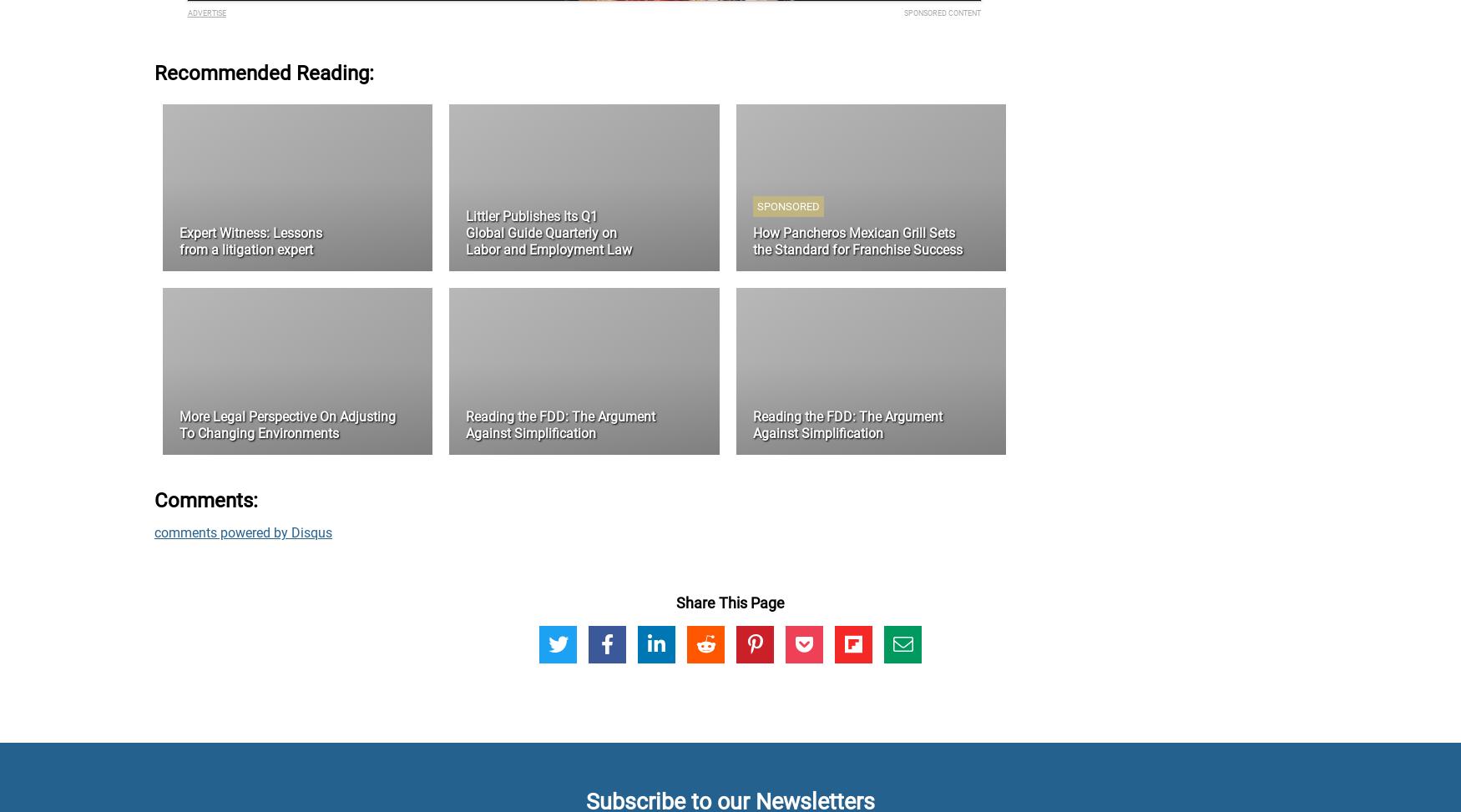 The image size is (1461, 812). What do you see at coordinates (730, 603) in the screenshot?
I see `'Share This Page'` at bounding box center [730, 603].